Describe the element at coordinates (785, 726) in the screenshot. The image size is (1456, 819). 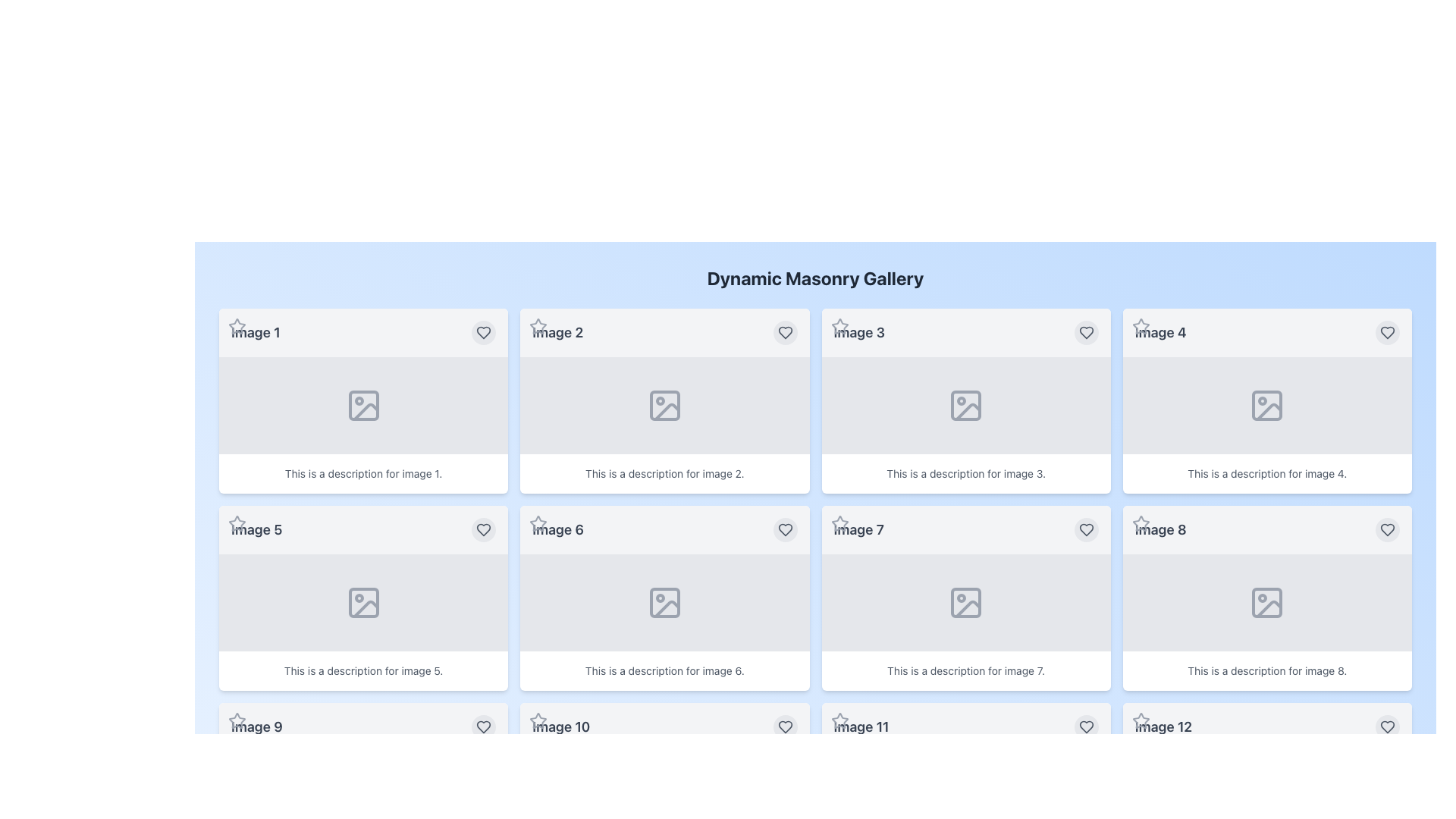
I see `the heart-shaped SVG icon located within the circular button at the bottom-right corner of the 'Image 10' card` at that location.